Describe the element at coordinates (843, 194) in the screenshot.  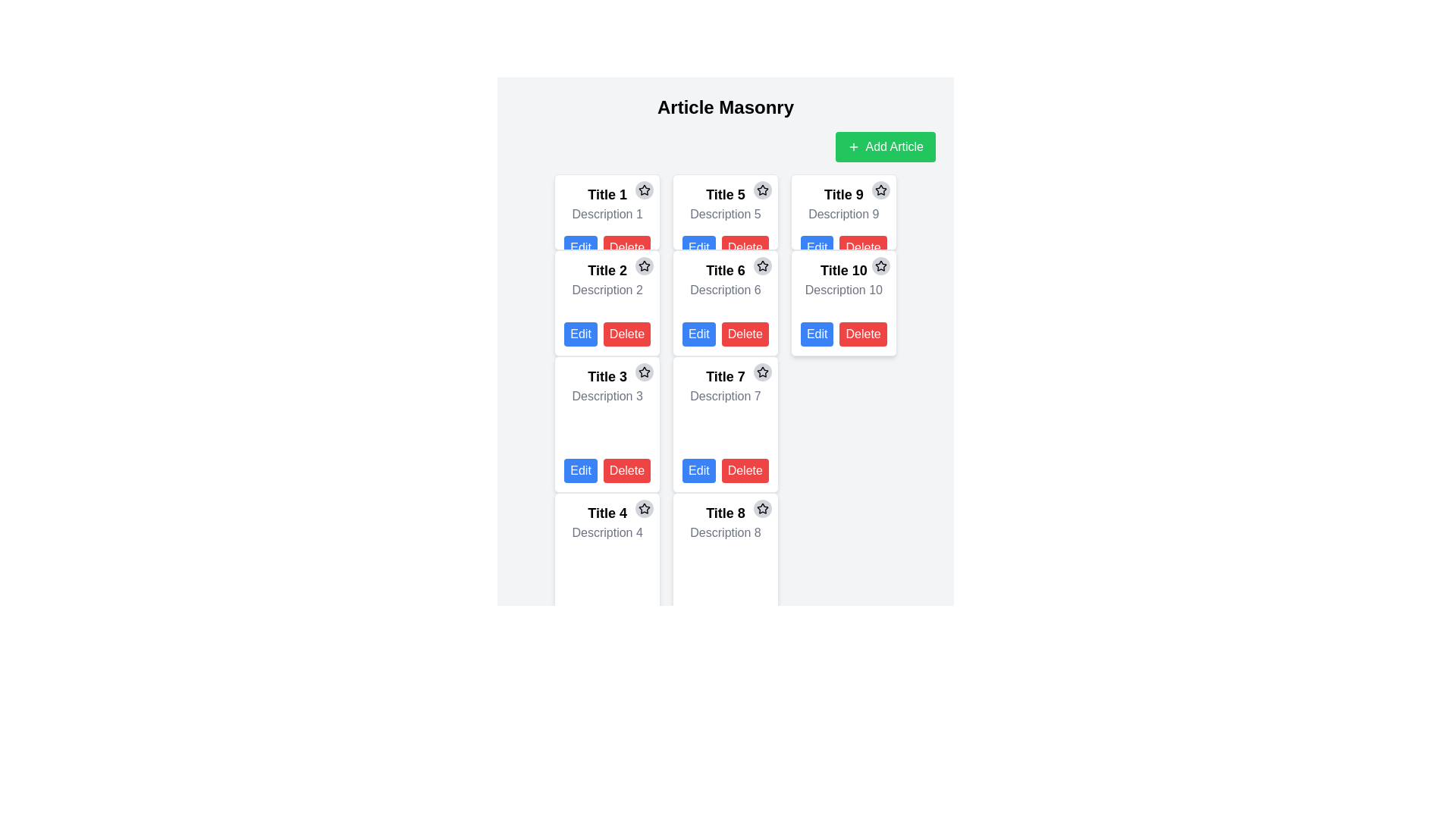
I see `the text label that serves as the heading for the associated card, located in the 4th column and 2nd row of the grid layout, positioned at the top center above 'Description 9' and the 'Edit' and 'Delete' buttons` at that location.